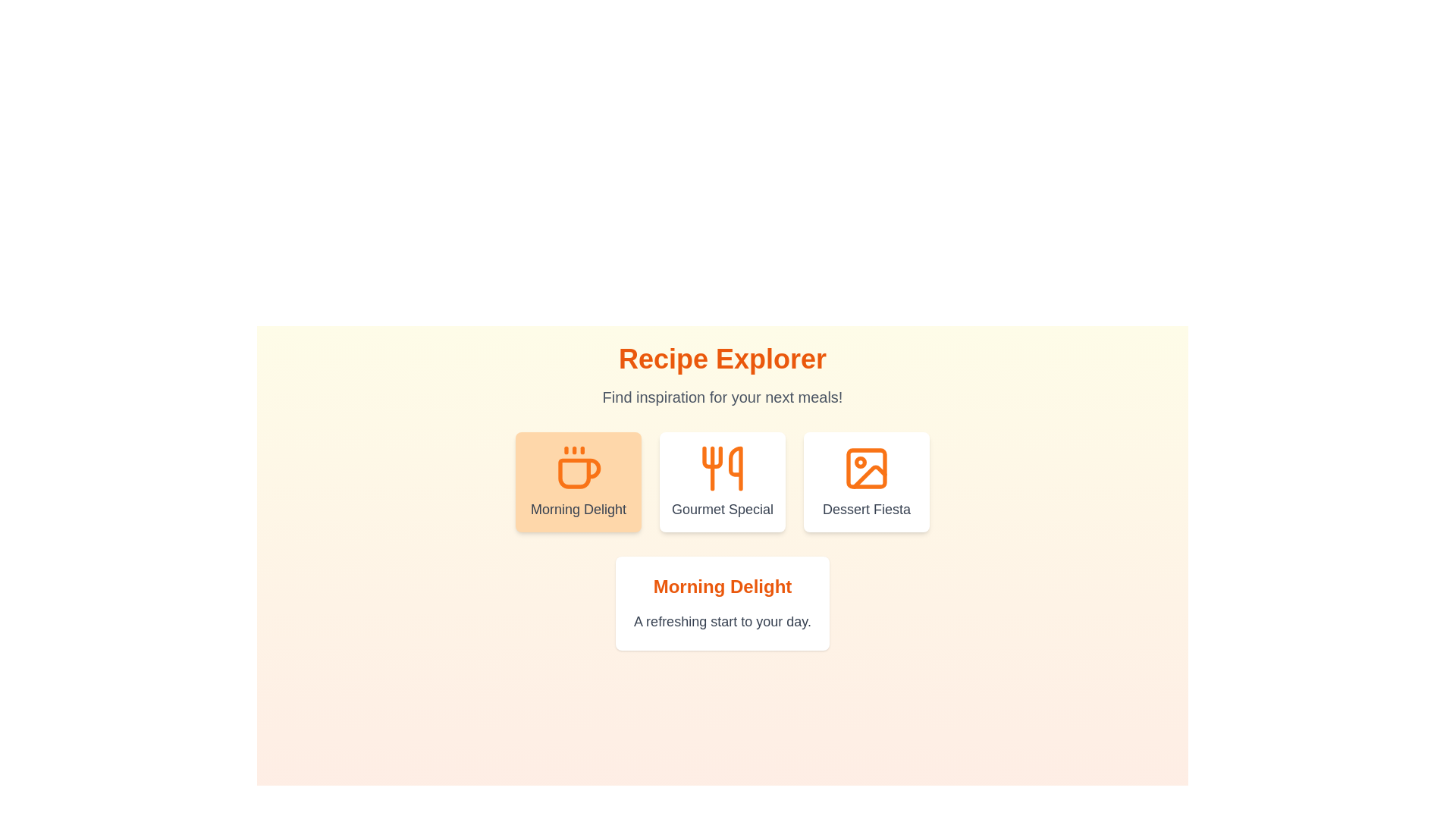 Image resolution: width=1456 pixels, height=819 pixels. I want to click on the 'Dessert Fiesta' text label, which is a bold gray title centered below an orange-themed icon in the third card of a row of three cards, so click(866, 509).